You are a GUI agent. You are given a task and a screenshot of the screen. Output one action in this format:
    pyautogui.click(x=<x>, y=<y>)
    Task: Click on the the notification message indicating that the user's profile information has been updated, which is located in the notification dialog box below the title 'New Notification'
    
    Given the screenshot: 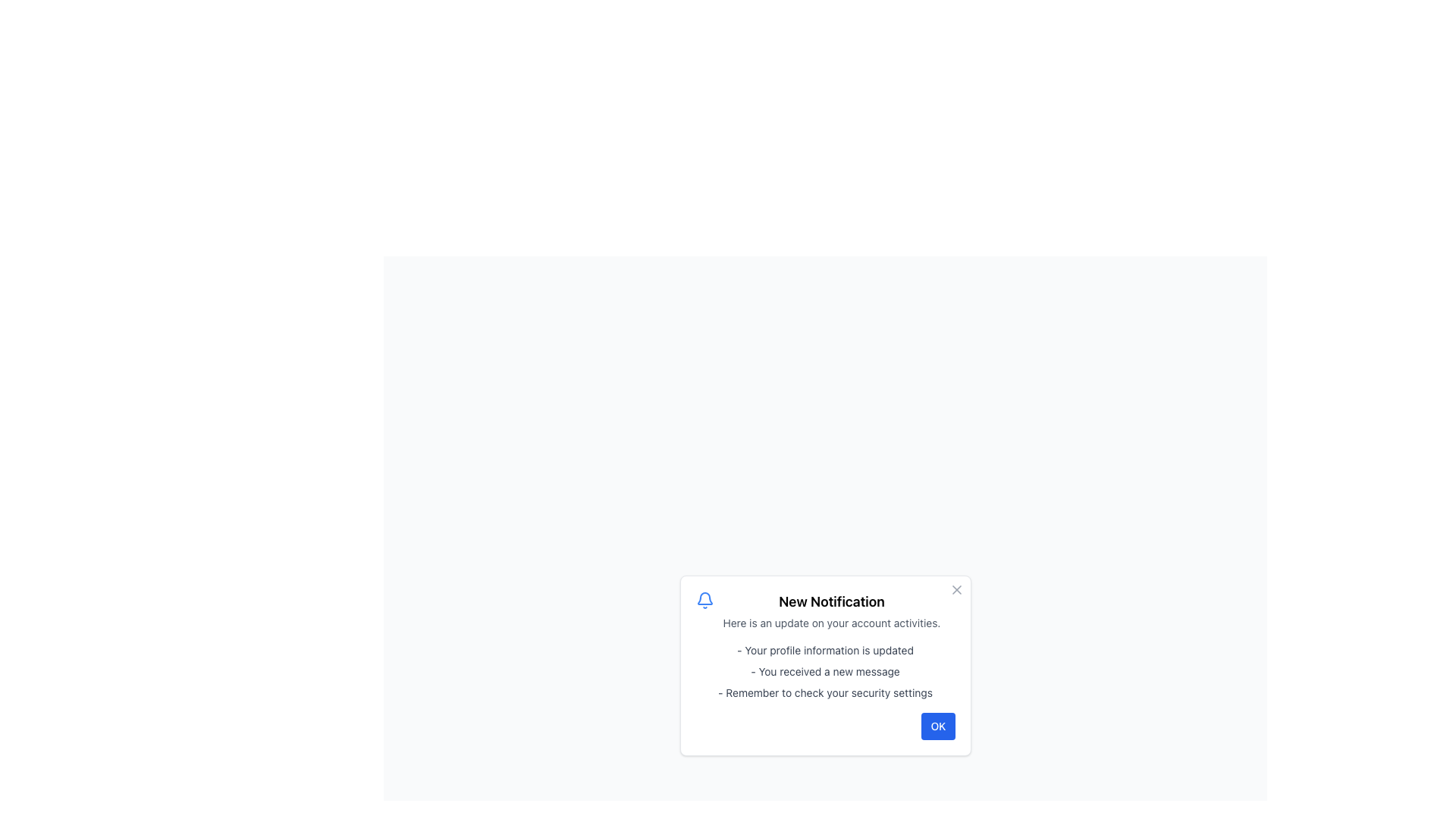 What is the action you would take?
    pyautogui.click(x=824, y=649)
    